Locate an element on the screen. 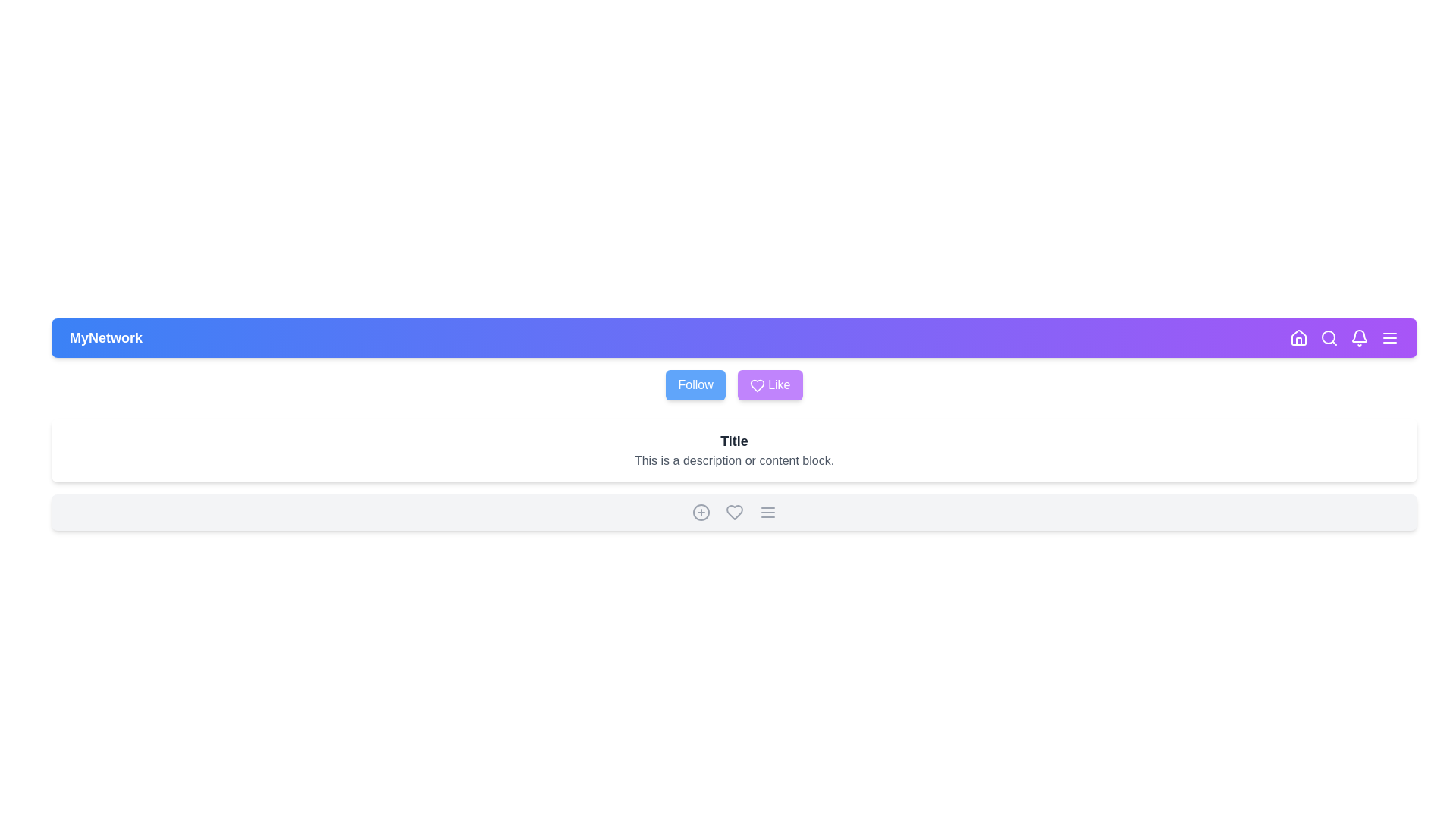 The width and height of the screenshot is (1456, 819). the first circular icon with a plus sign in the center, styled in gray, located among three interactive icons in the middle of the interface is located at coordinates (700, 512).